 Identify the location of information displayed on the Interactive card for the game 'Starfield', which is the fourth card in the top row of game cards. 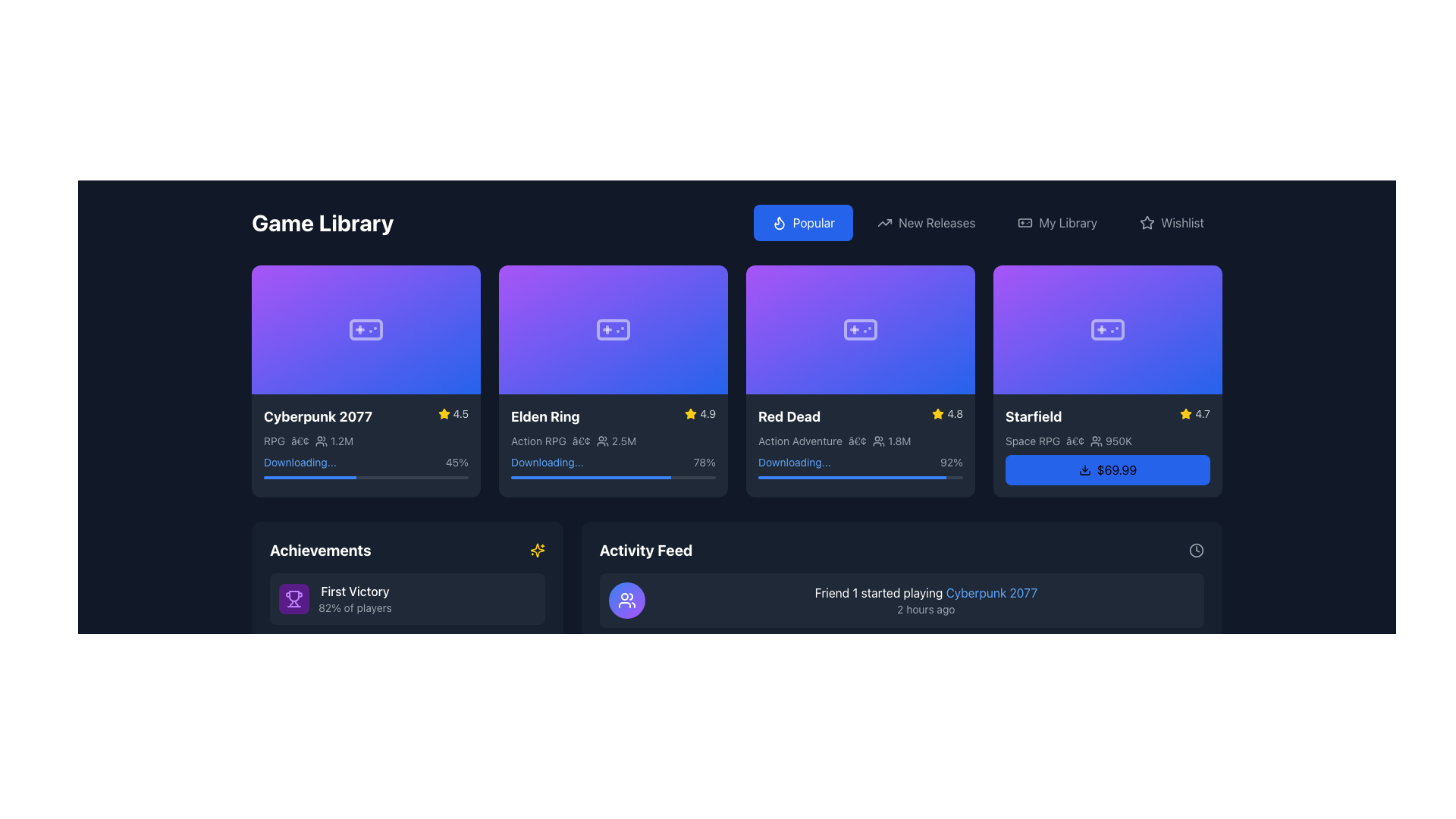
(1107, 379).